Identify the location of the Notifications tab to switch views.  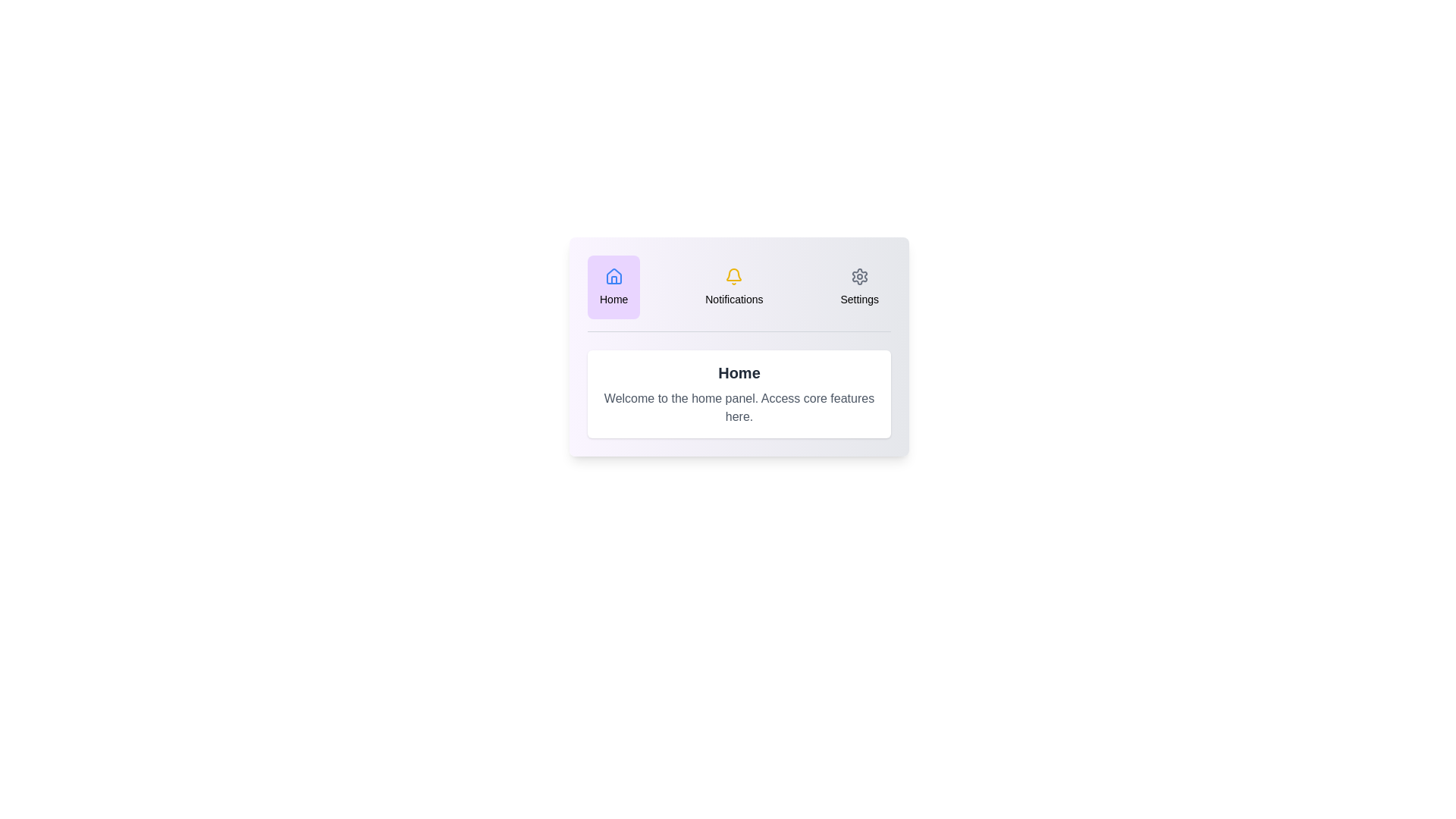
(734, 287).